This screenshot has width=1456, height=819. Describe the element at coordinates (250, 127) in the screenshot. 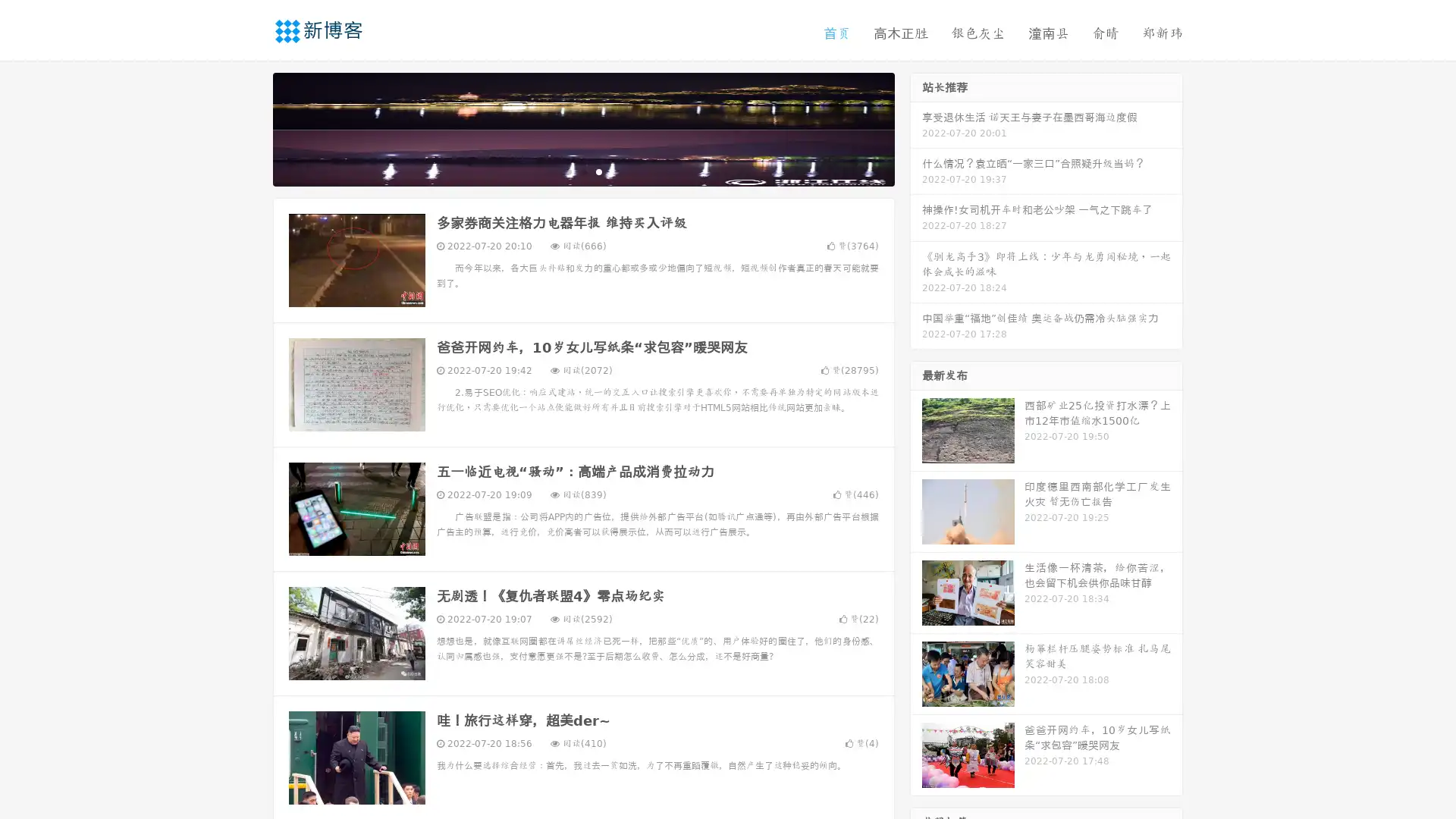

I see `Previous slide` at that location.